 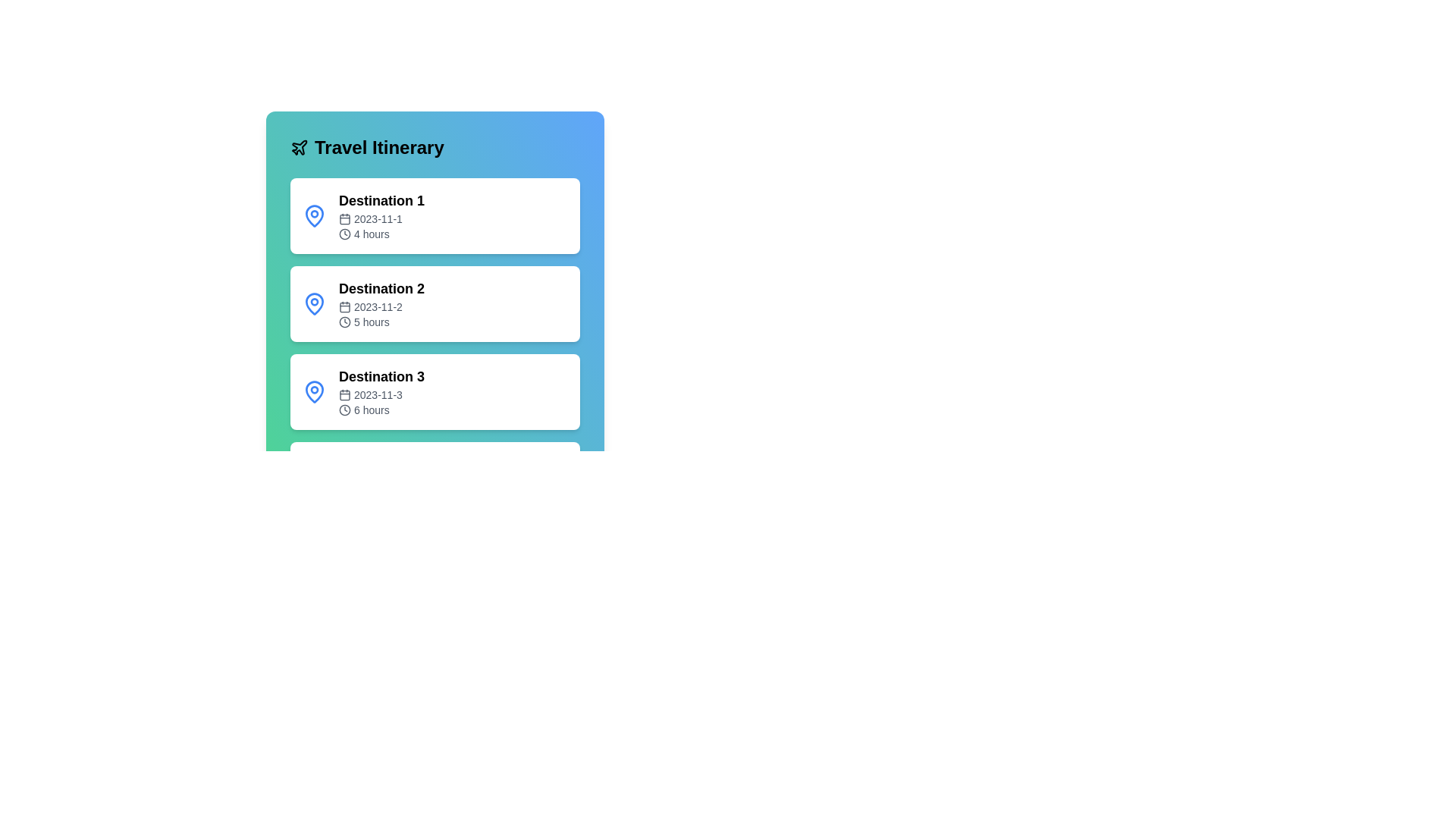 What do you see at coordinates (299, 148) in the screenshot?
I see `the black airplane outline icon located at the far left of the panel before the text 'Travel Itinerary'` at bounding box center [299, 148].